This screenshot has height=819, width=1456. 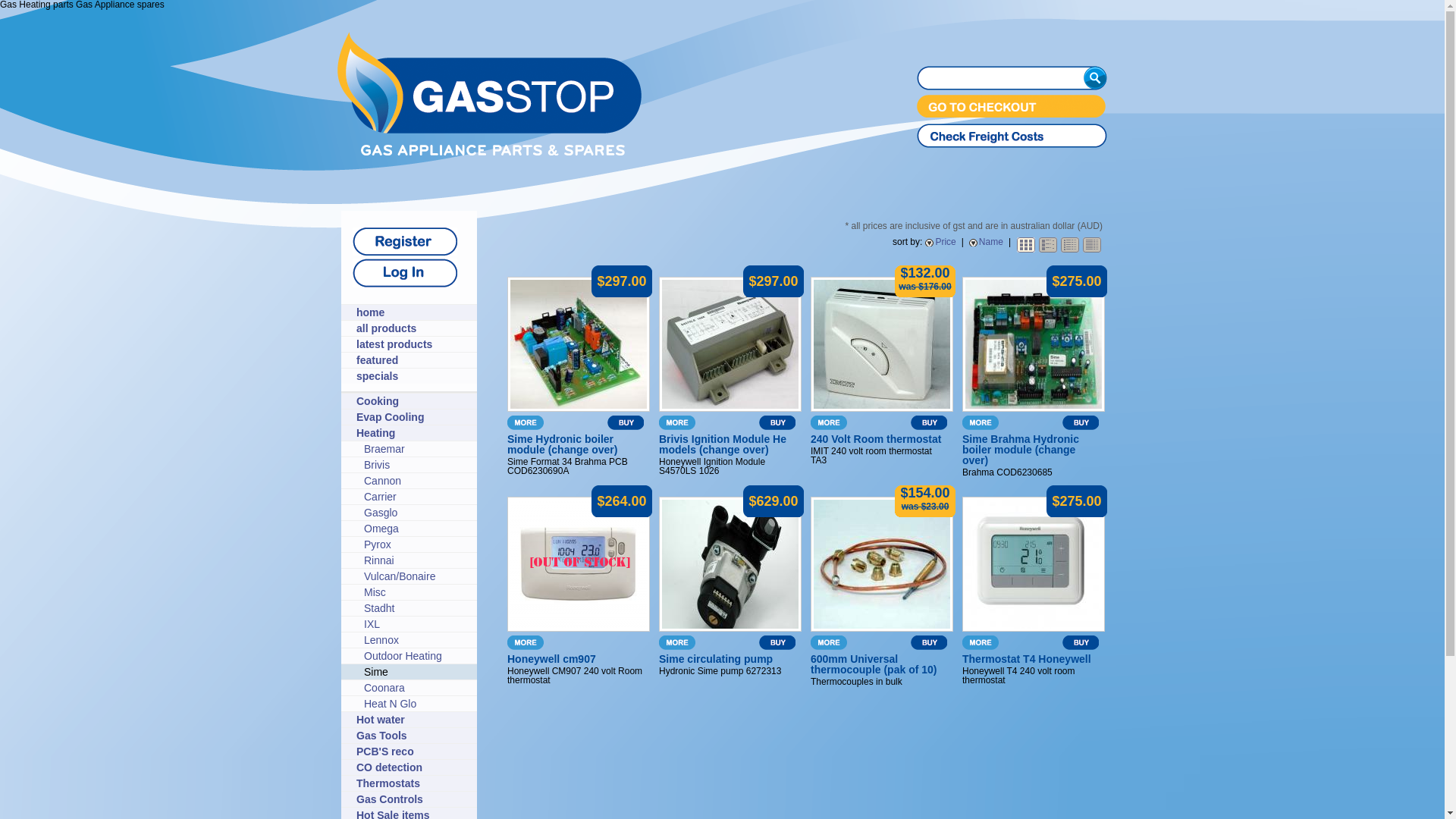 I want to click on 'latest products', so click(x=413, y=344).